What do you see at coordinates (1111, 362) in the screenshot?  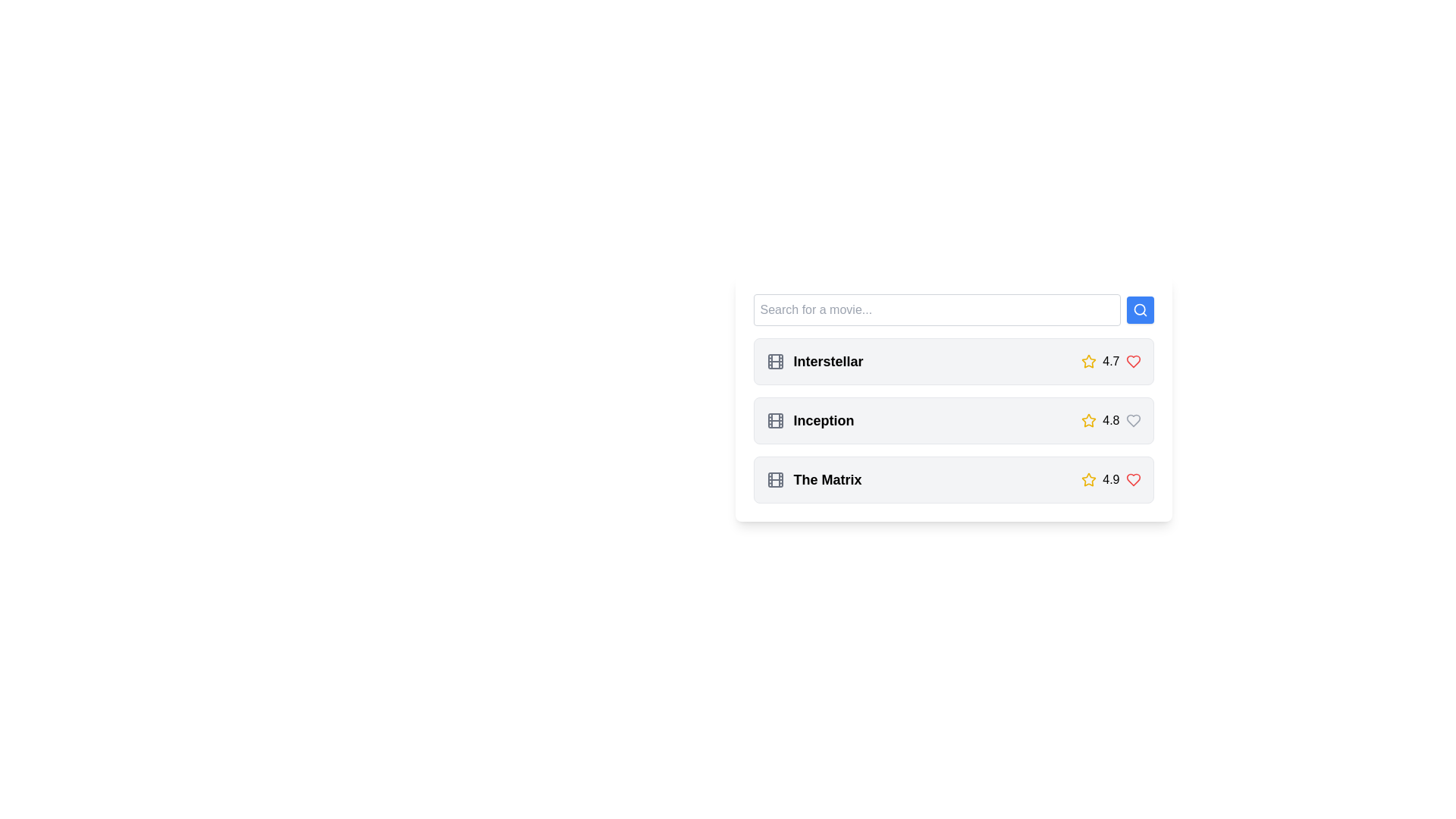 I see `the Text label displaying the rating score for the movie 'Interstellar'` at bounding box center [1111, 362].